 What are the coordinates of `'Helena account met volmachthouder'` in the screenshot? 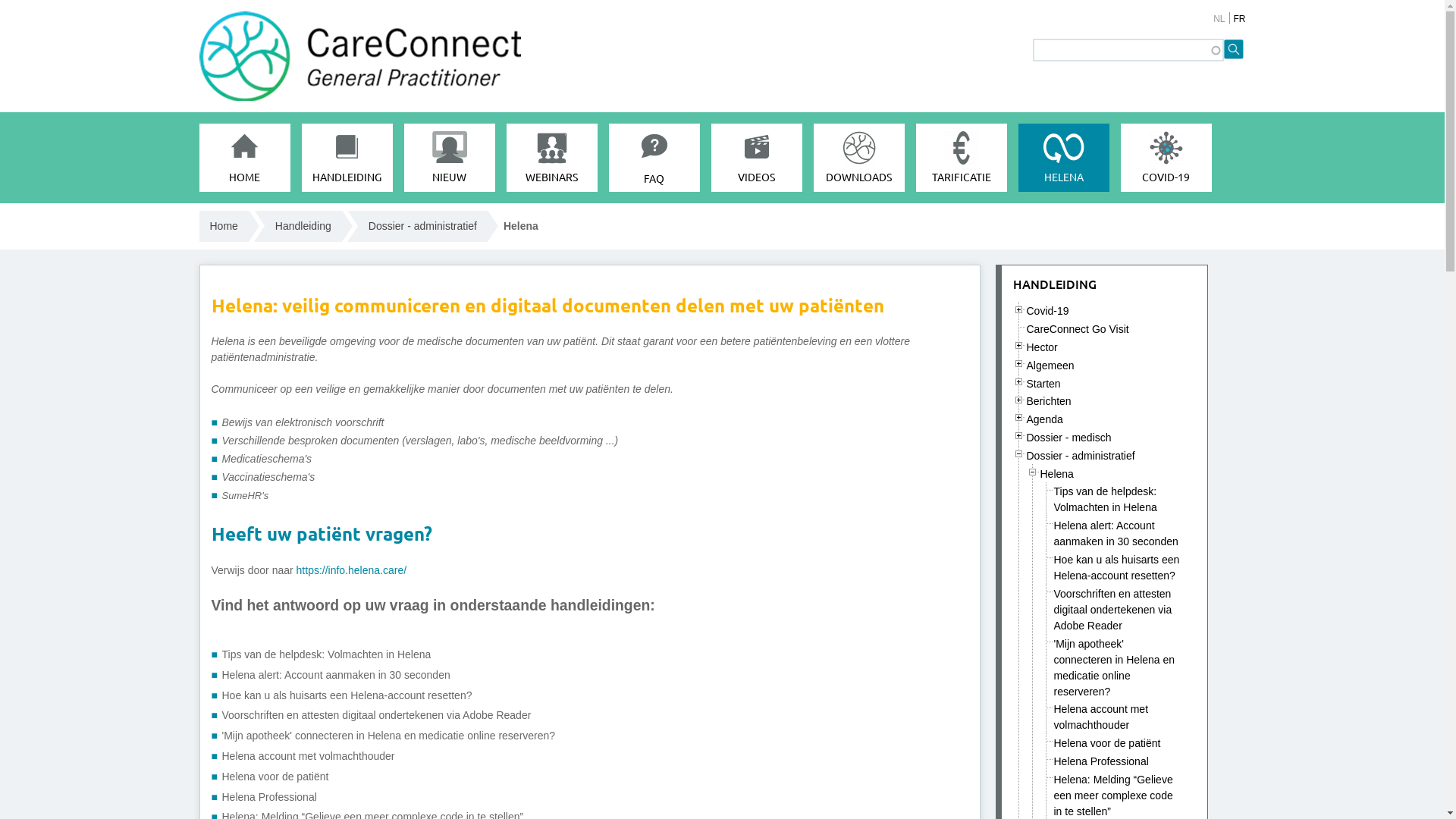 It's located at (307, 755).